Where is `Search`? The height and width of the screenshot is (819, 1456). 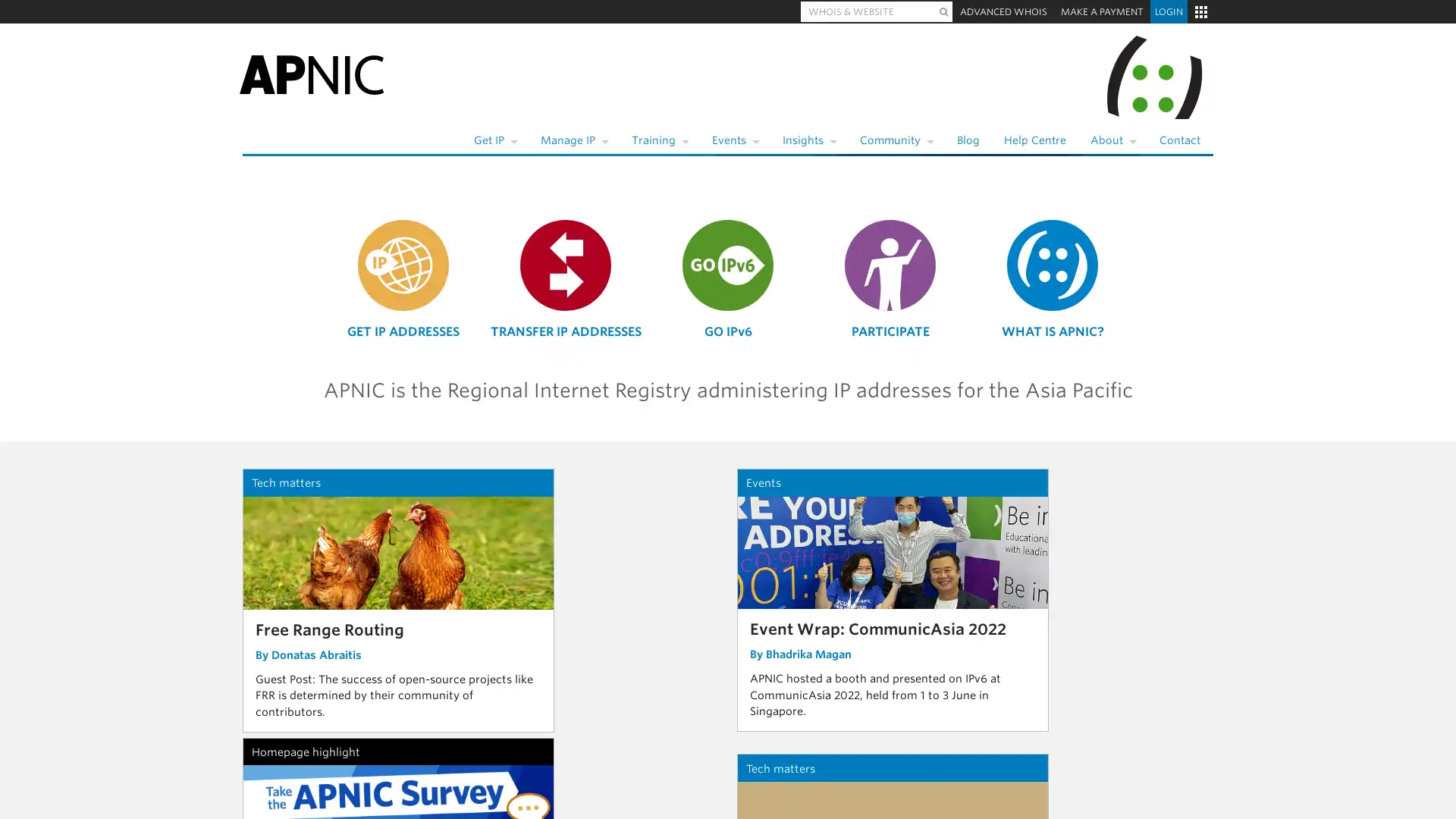 Search is located at coordinates (943, 11).